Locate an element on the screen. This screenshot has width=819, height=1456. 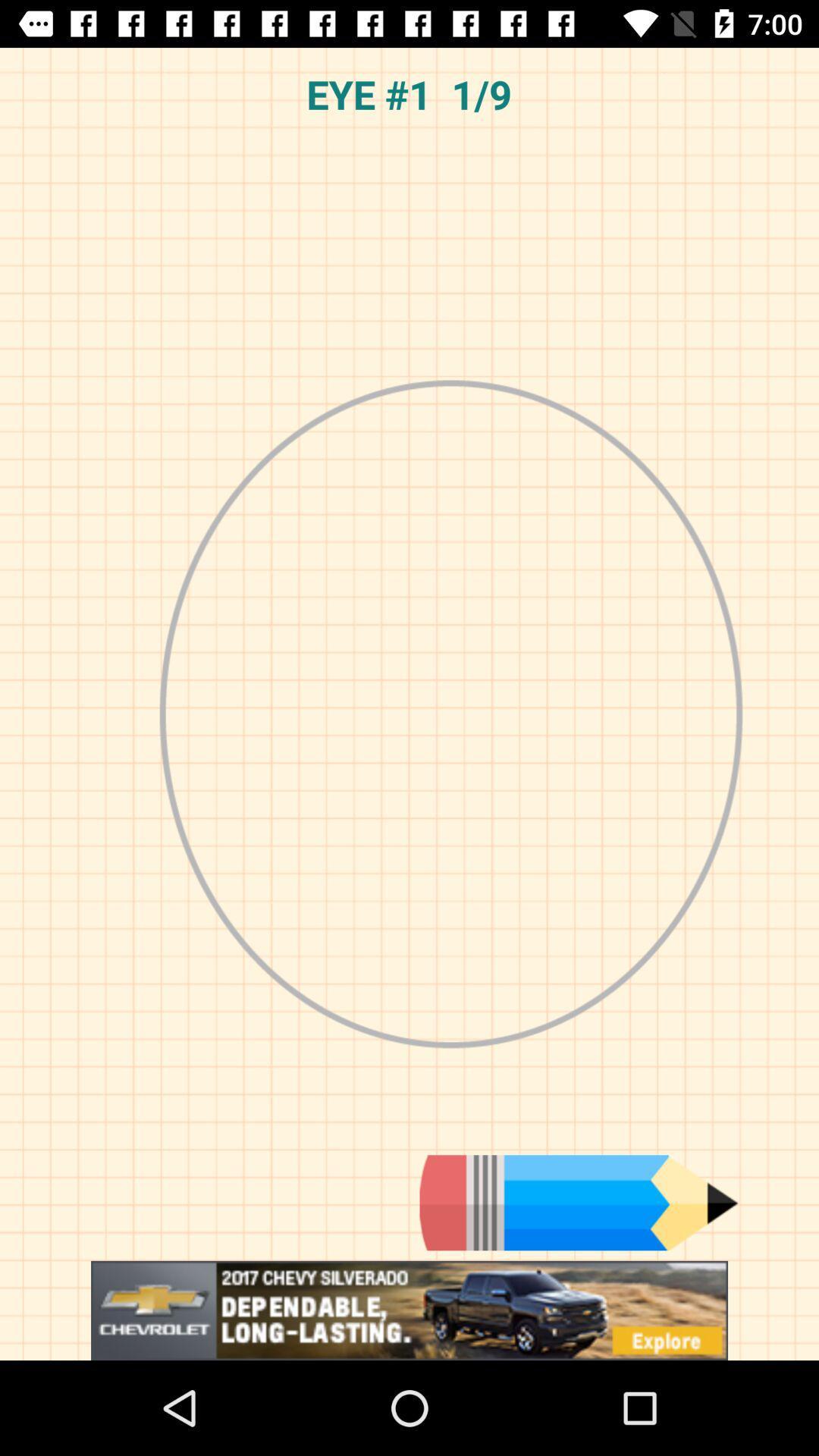
pencil option is located at coordinates (579, 1202).